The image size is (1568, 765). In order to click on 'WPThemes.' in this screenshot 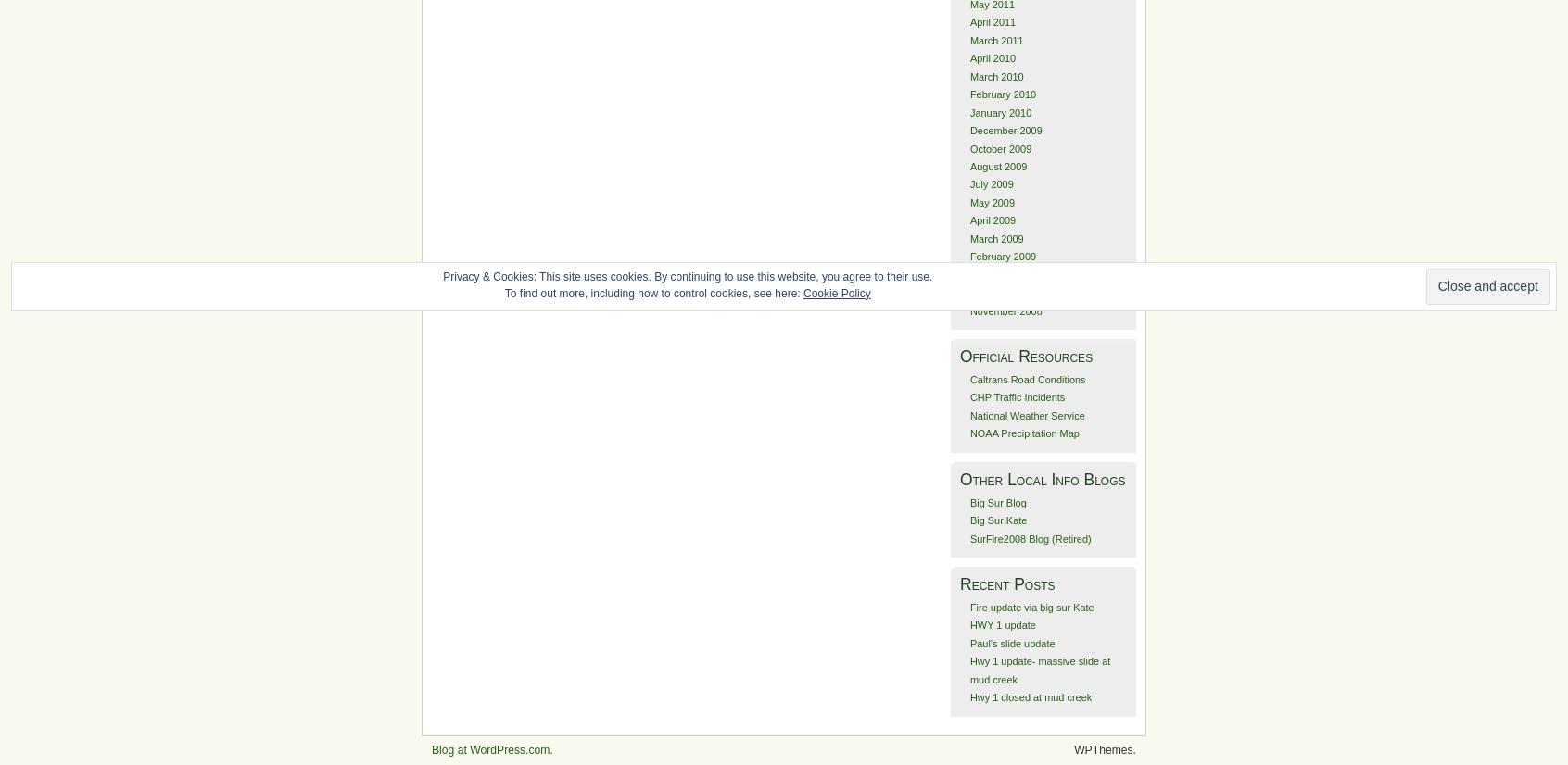, I will do `click(1104, 748)`.